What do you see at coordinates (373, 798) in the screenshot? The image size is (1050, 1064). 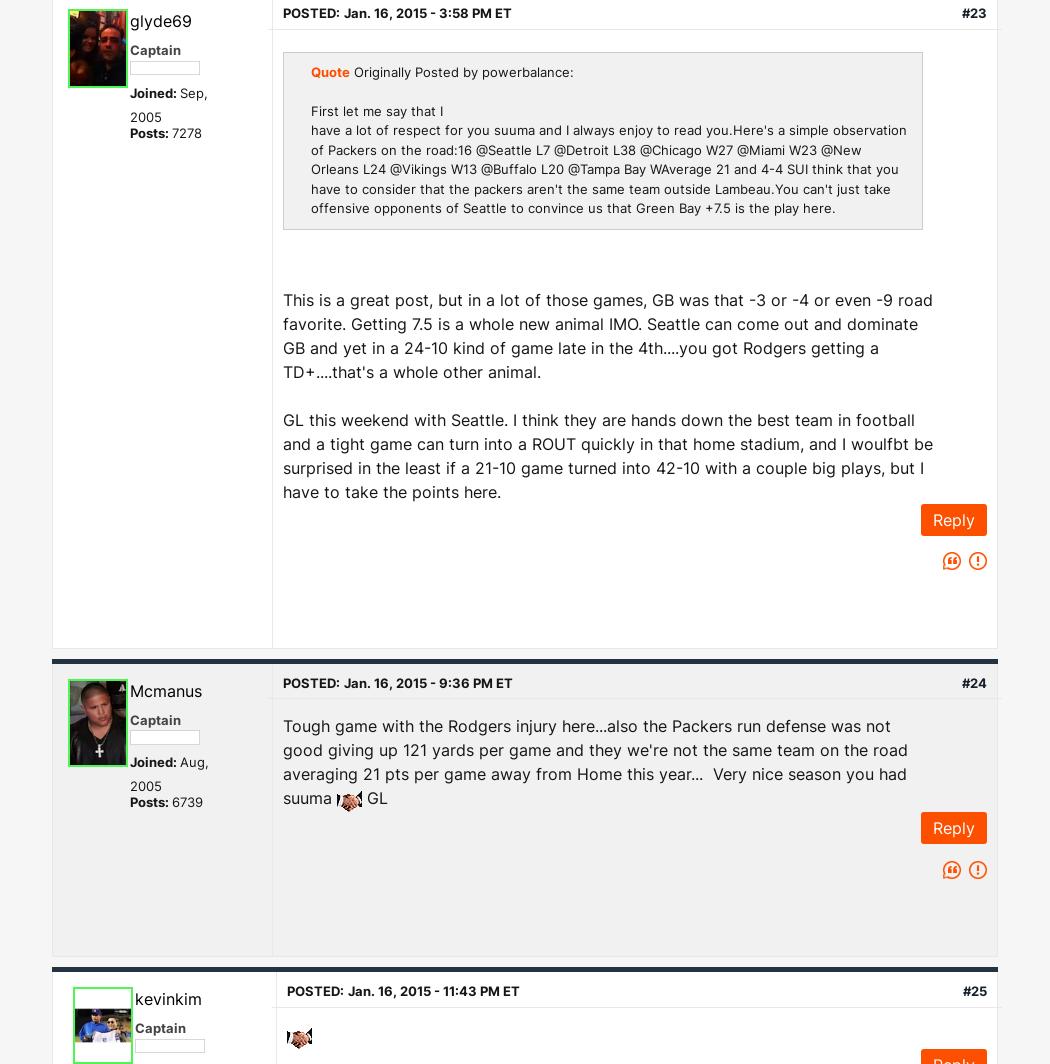 I see `'GL'` at bounding box center [373, 798].